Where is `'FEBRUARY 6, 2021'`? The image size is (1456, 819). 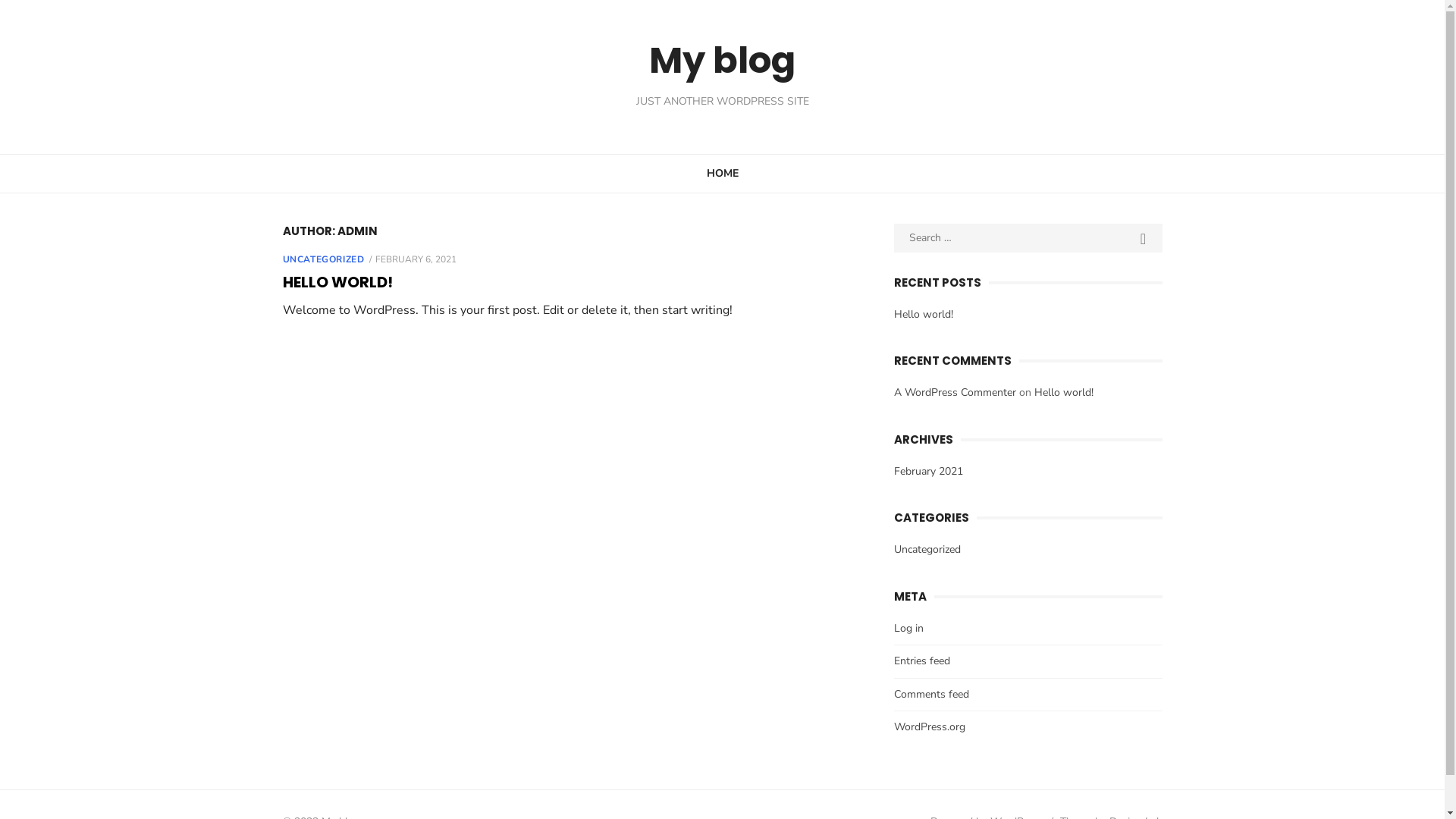
'FEBRUARY 6, 2021' is located at coordinates (416, 259).